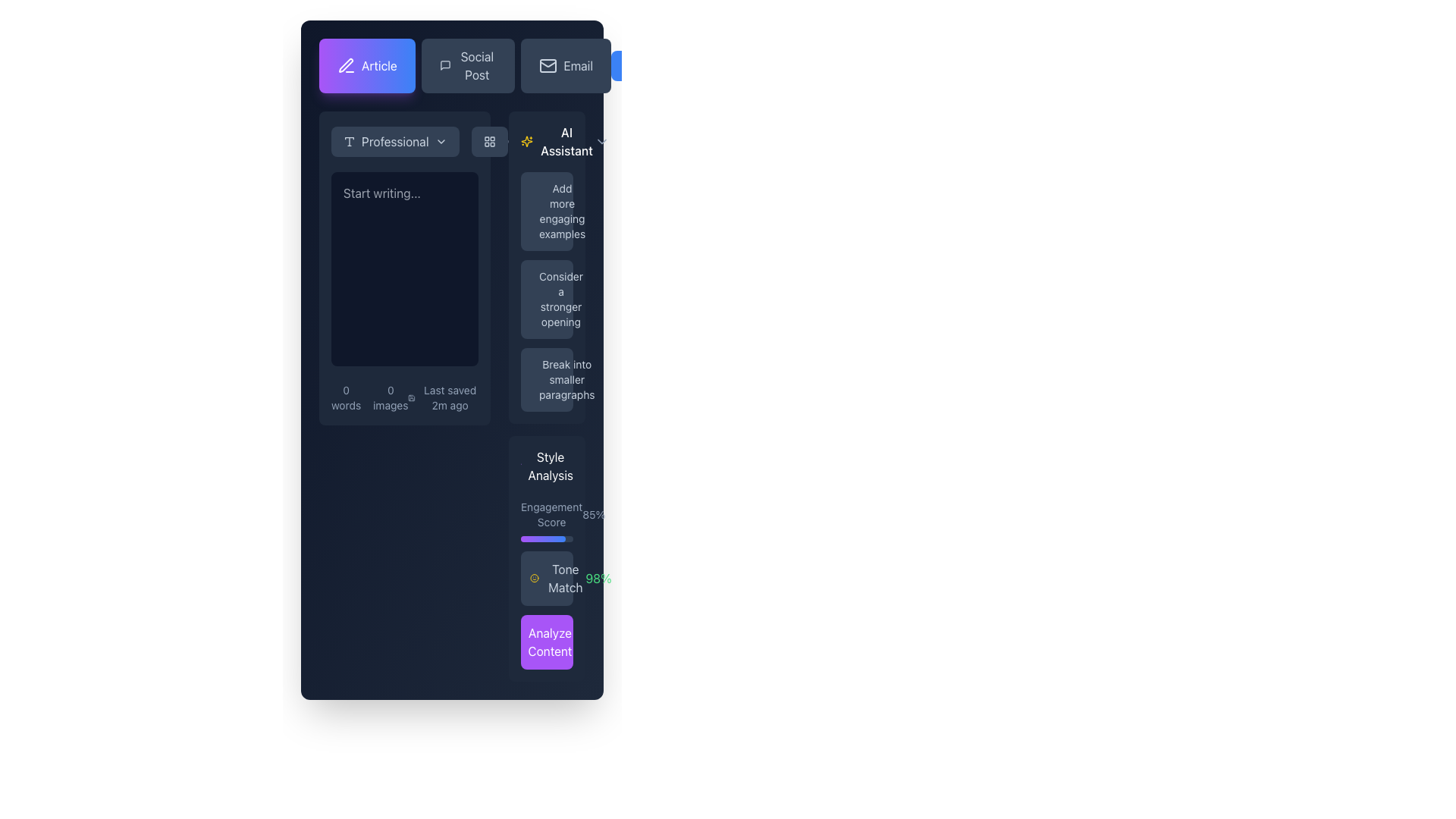  Describe the element at coordinates (449, 397) in the screenshot. I see `text label displaying 'Last saved 2m ago', located in the bottom-right section of the dark-themed panel, near the save icon and under the main text input area` at that location.